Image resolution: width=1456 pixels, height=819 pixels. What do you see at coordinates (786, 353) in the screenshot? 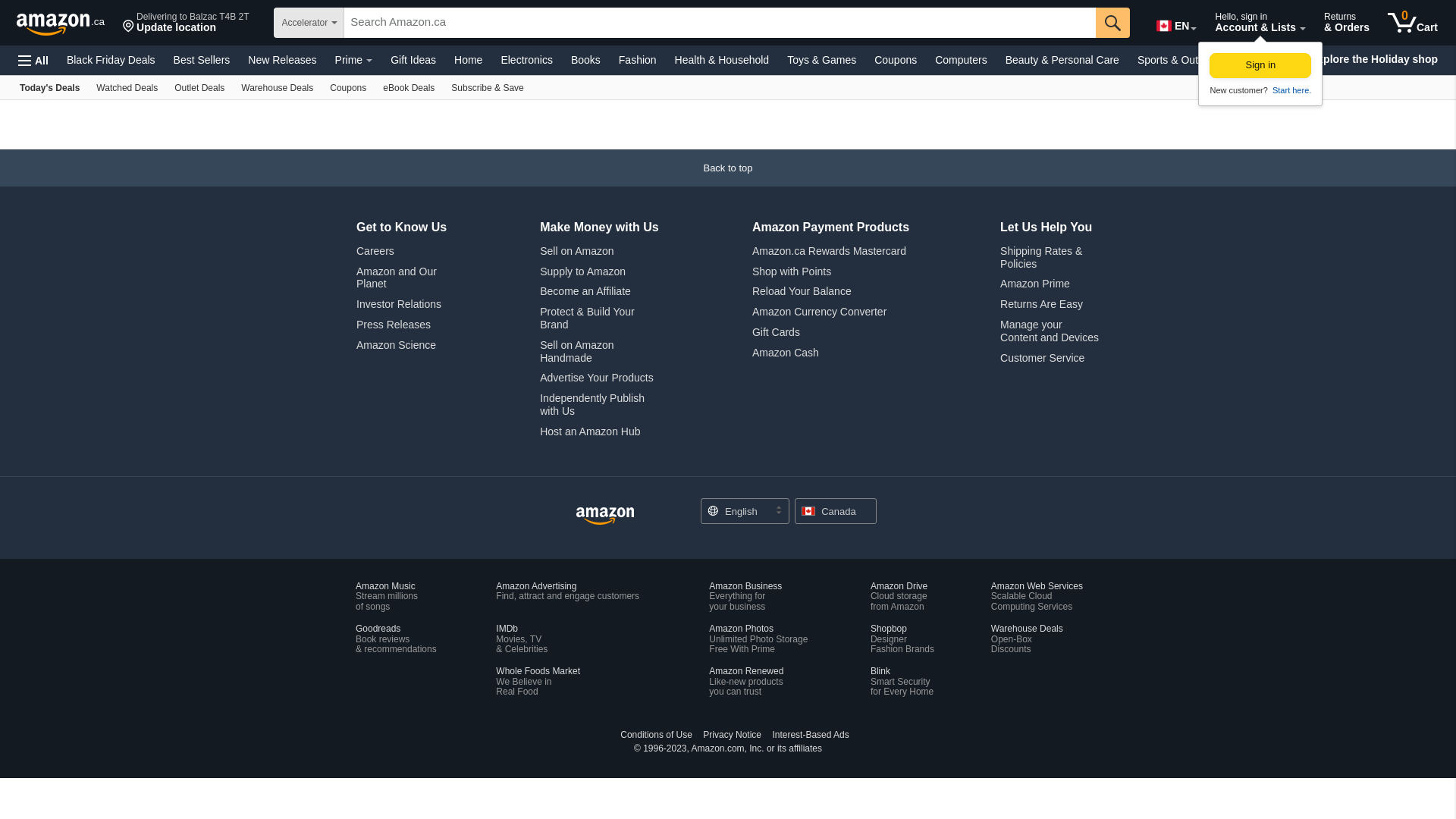
I see `'Amazon Cash'` at bounding box center [786, 353].